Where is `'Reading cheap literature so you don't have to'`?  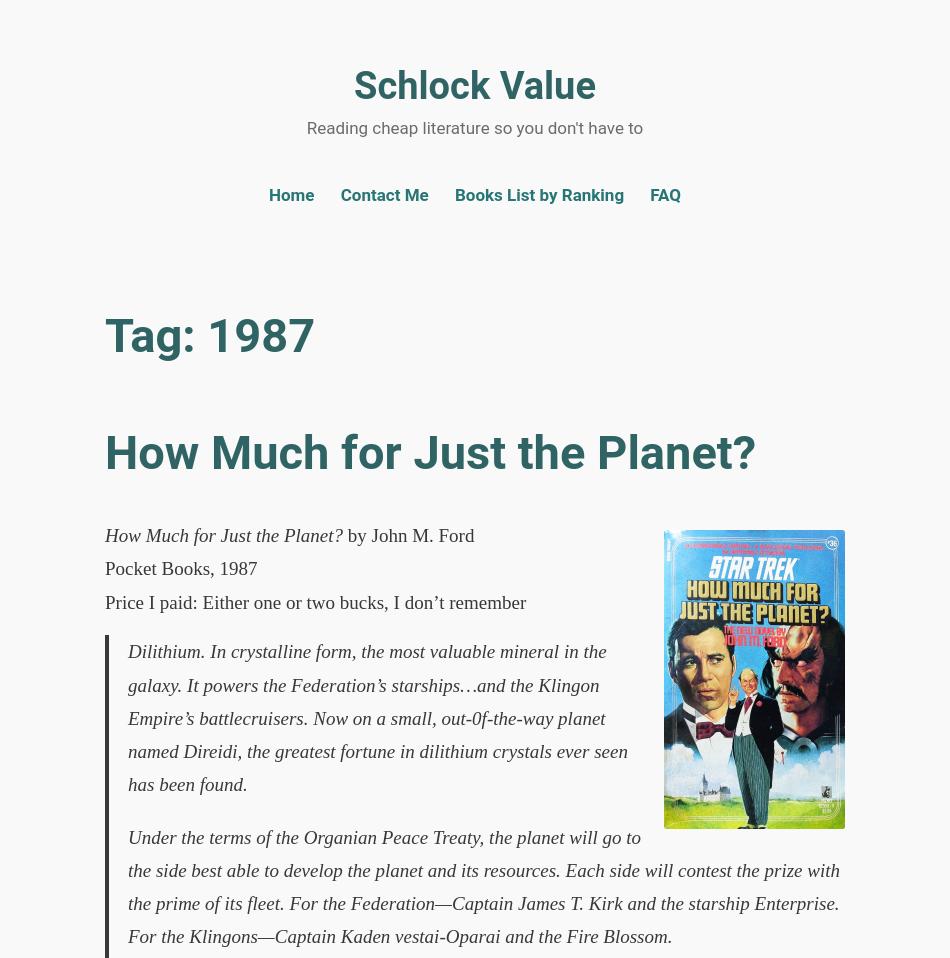
'Reading cheap literature so you don't have to' is located at coordinates (473, 127).